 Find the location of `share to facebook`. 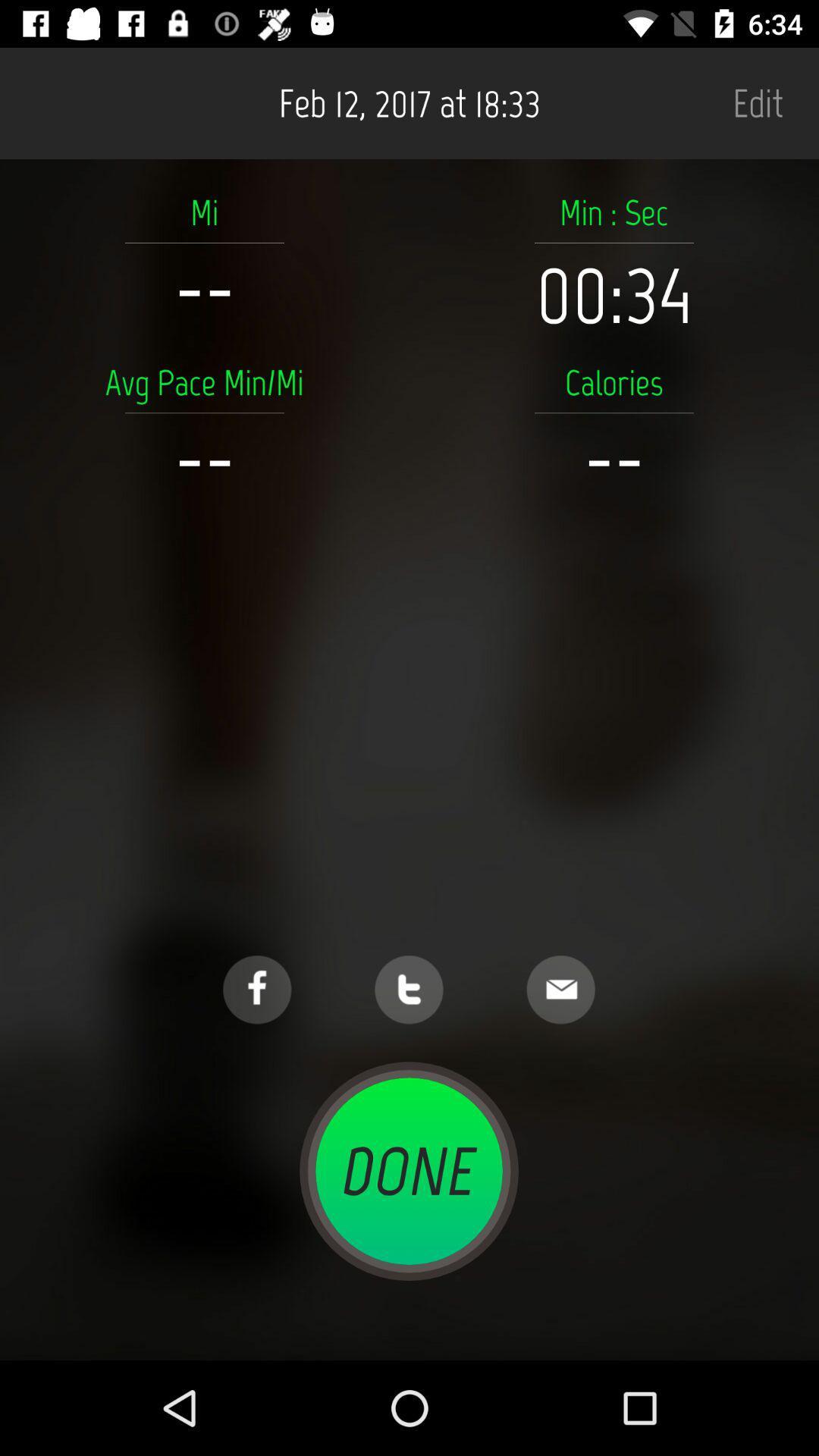

share to facebook is located at coordinates (256, 990).